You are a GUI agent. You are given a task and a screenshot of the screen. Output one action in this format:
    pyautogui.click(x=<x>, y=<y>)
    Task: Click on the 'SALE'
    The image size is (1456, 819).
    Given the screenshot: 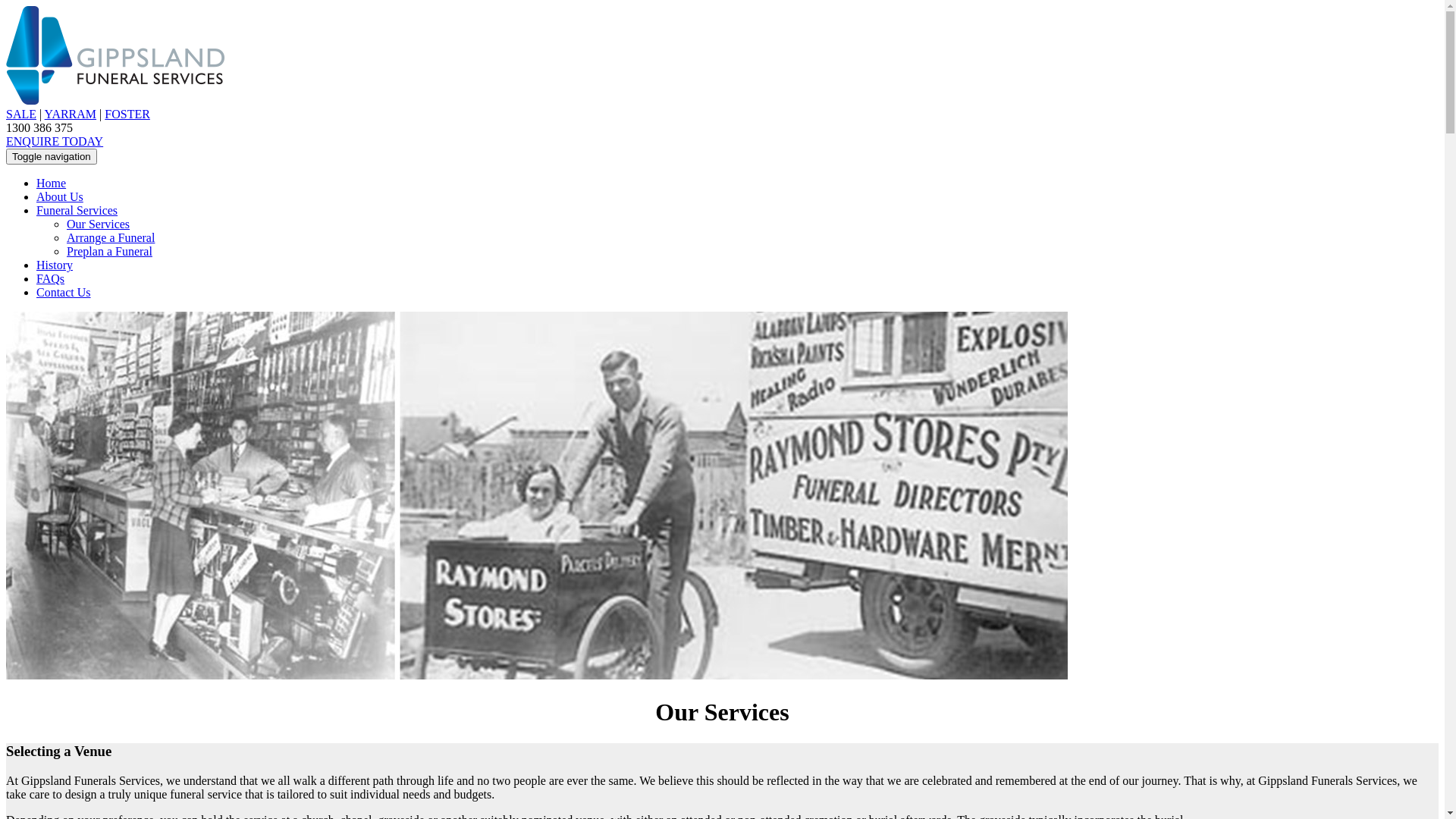 What is the action you would take?
    pyautogui.click(x=6, y=113)
    